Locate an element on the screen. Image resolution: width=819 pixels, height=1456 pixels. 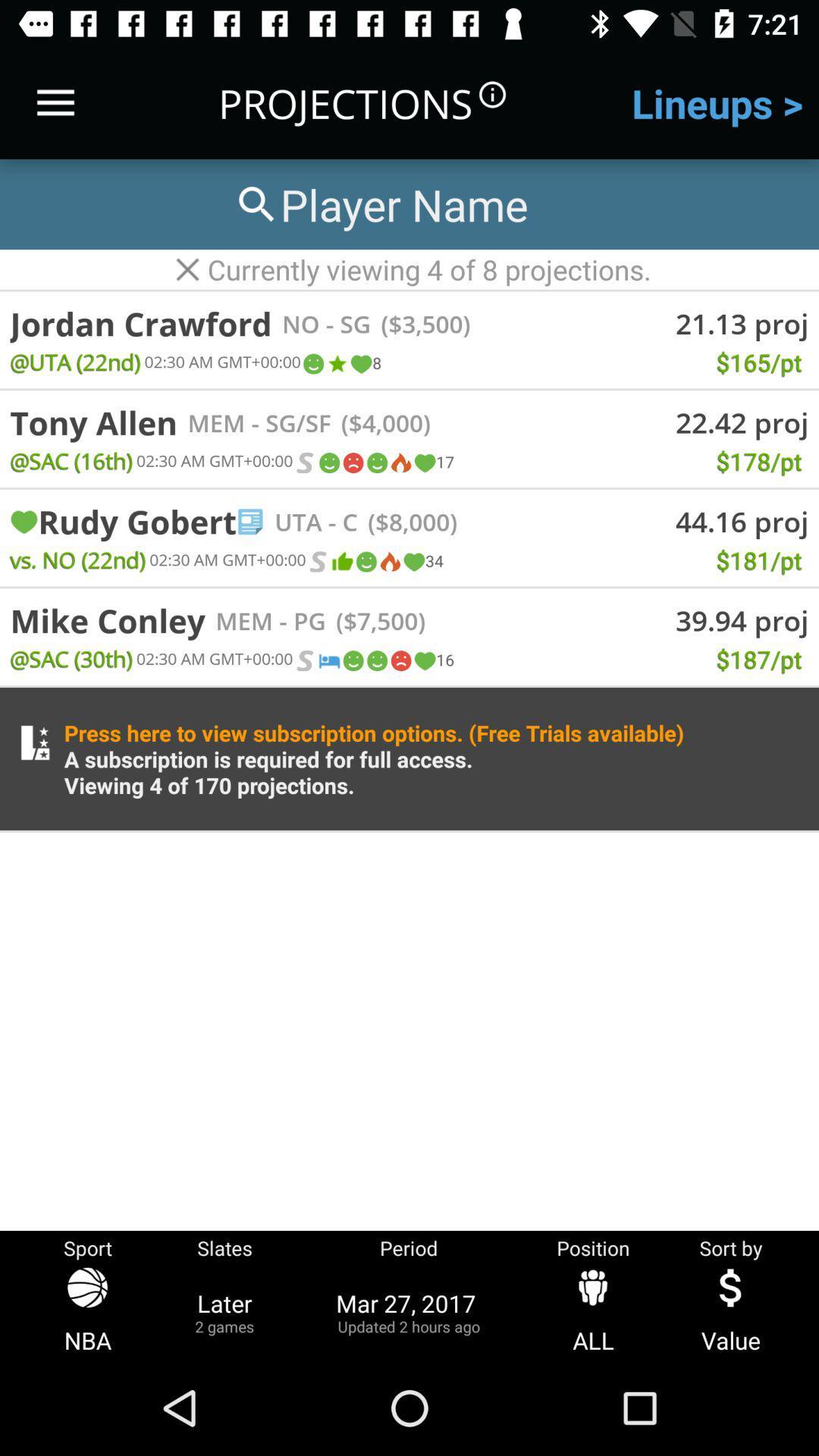
icon to the left of projections item is located at coordinates (55, 102).